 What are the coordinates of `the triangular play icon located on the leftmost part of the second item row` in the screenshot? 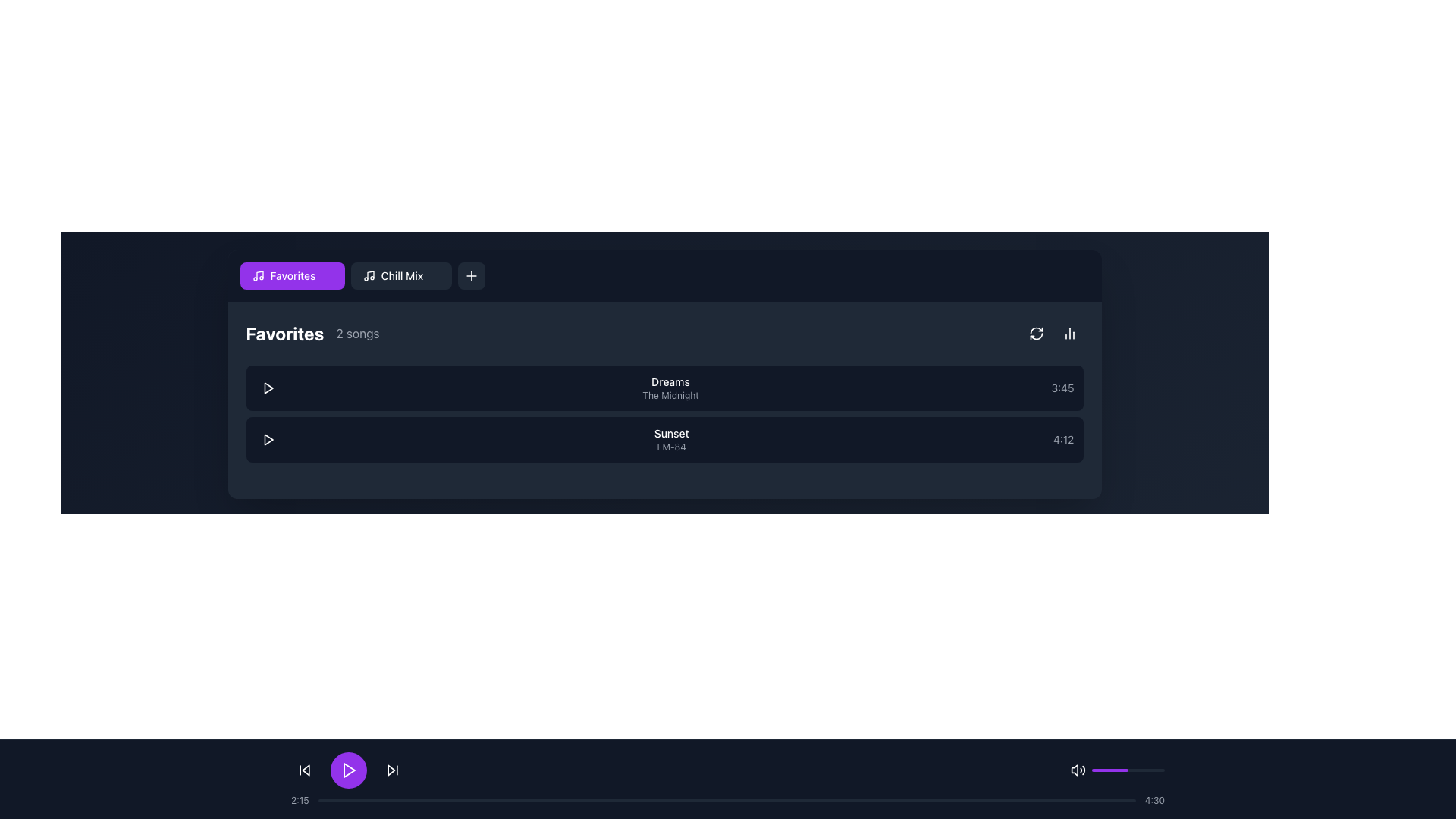 It's located at (268, 439).